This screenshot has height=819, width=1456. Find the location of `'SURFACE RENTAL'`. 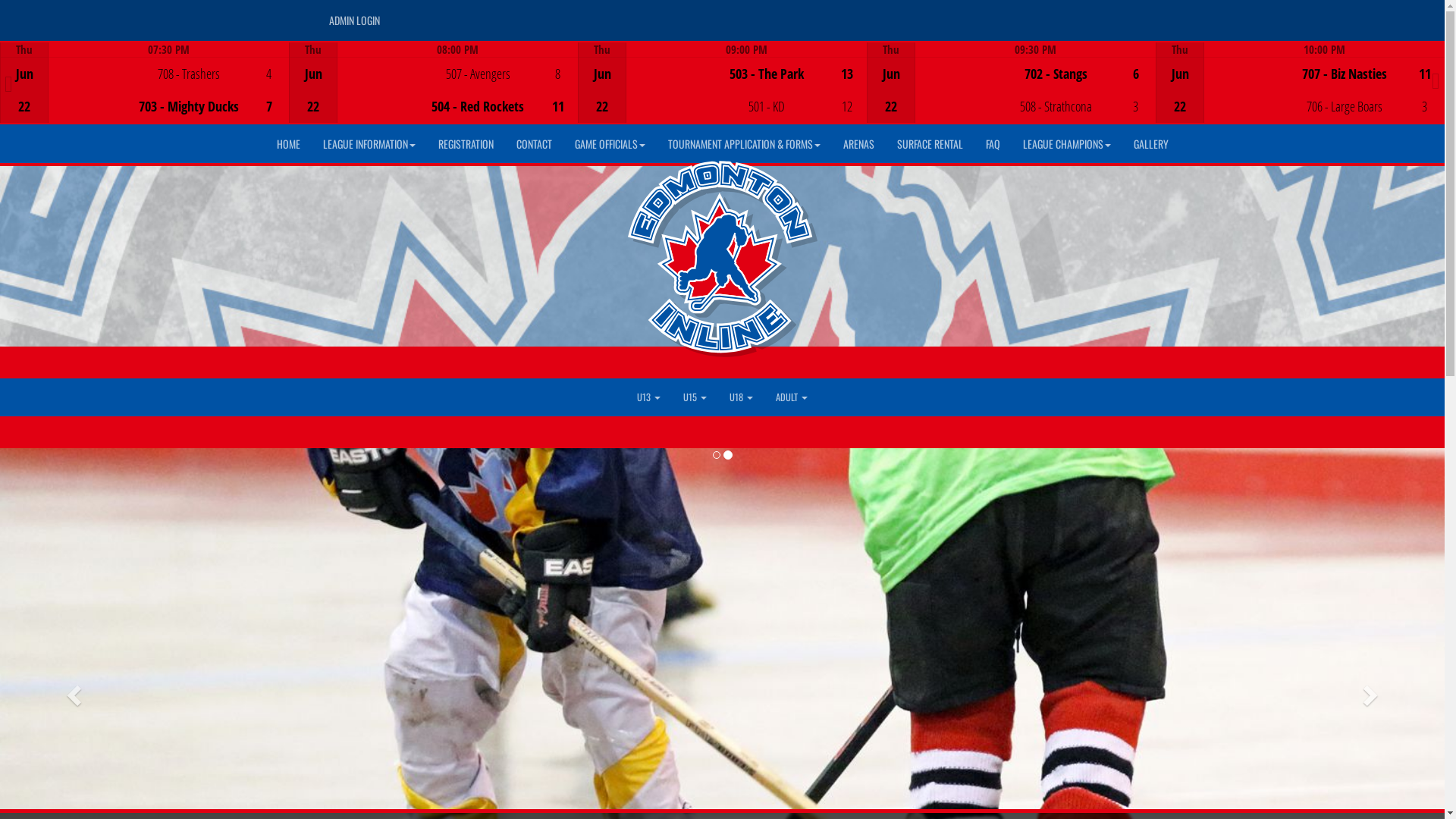

'SURFACE RENTAL' is located at coordinates (929, 143).